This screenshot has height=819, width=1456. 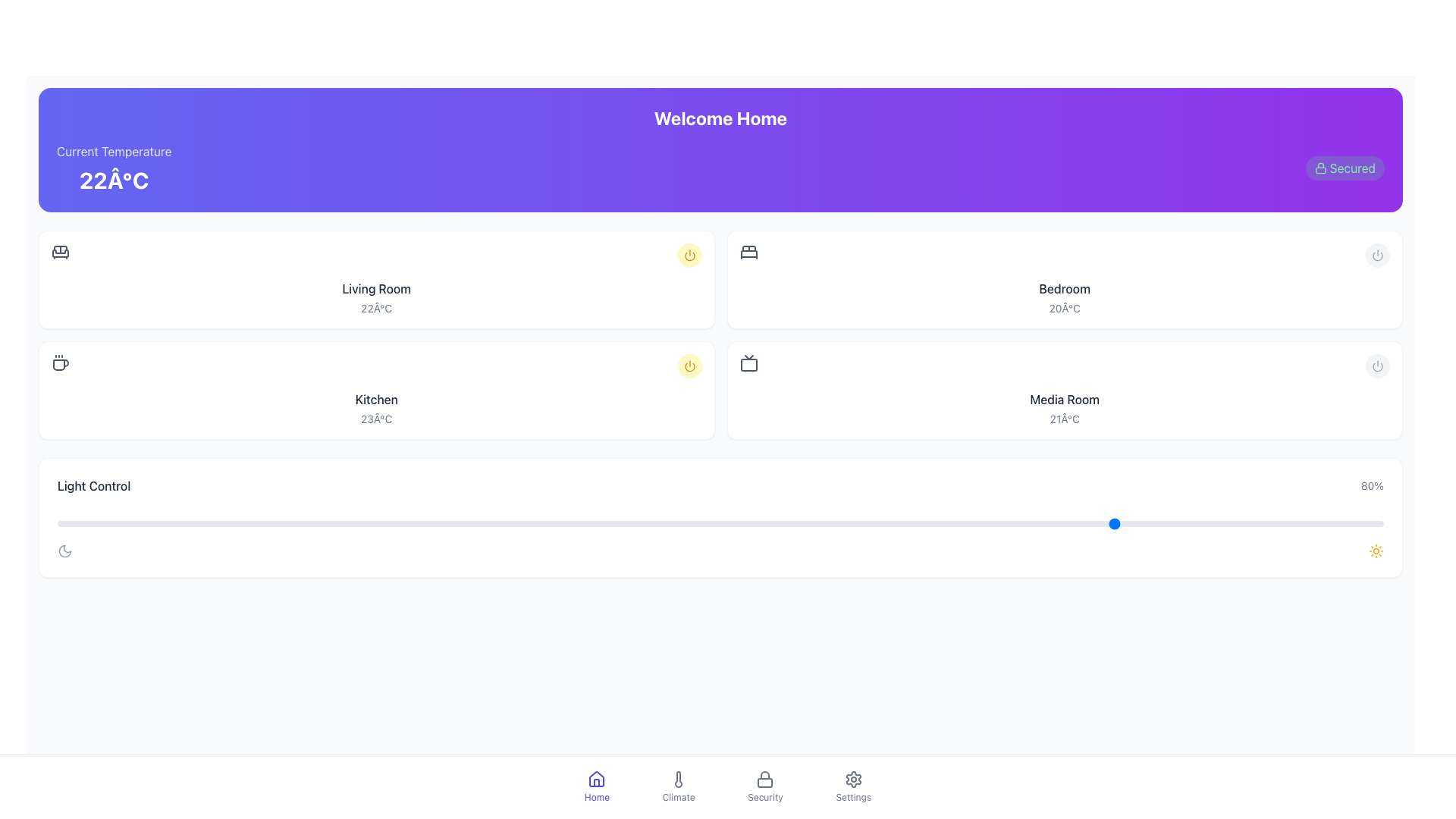 I want to click on the circular power button located at the top right of the 'Media Room' section, so click(x=1378, y=366).